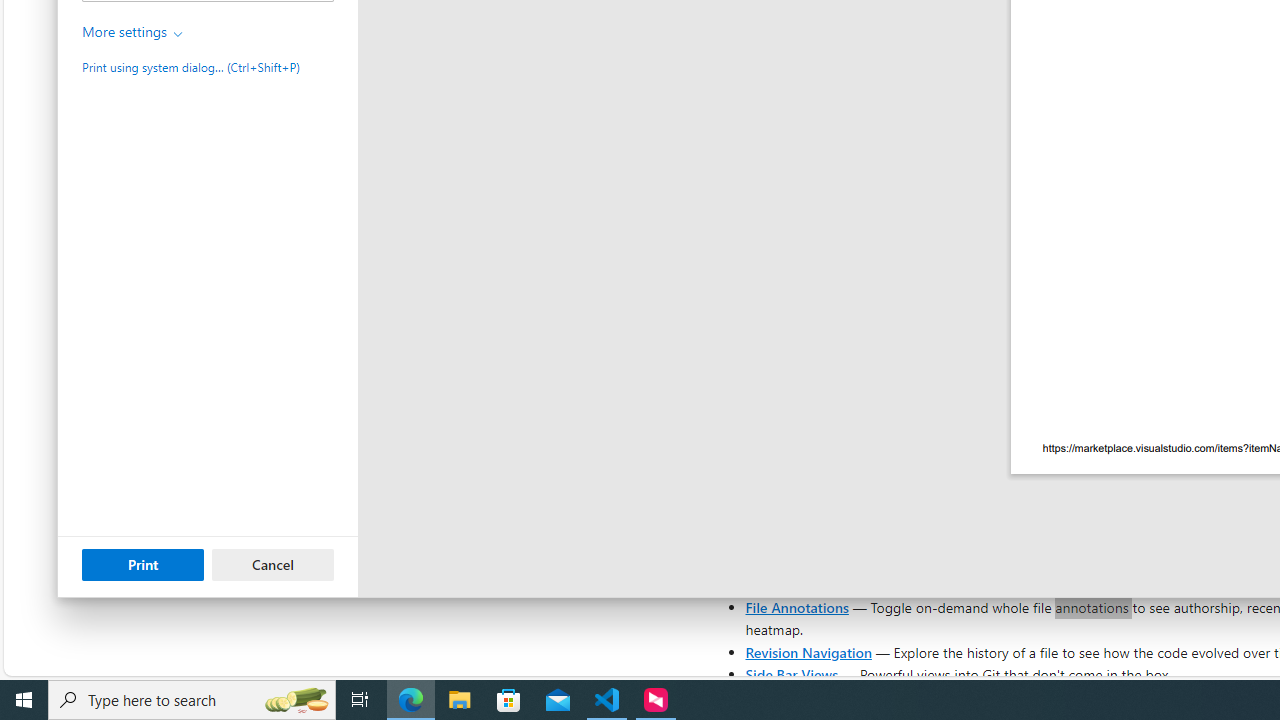 Image resolution: width=1280 pixels, height=720 pixels. What do you see at coordinates (272, 564) in the screenshot?
I see `'Cancel'` at bounding box center [272, 564].